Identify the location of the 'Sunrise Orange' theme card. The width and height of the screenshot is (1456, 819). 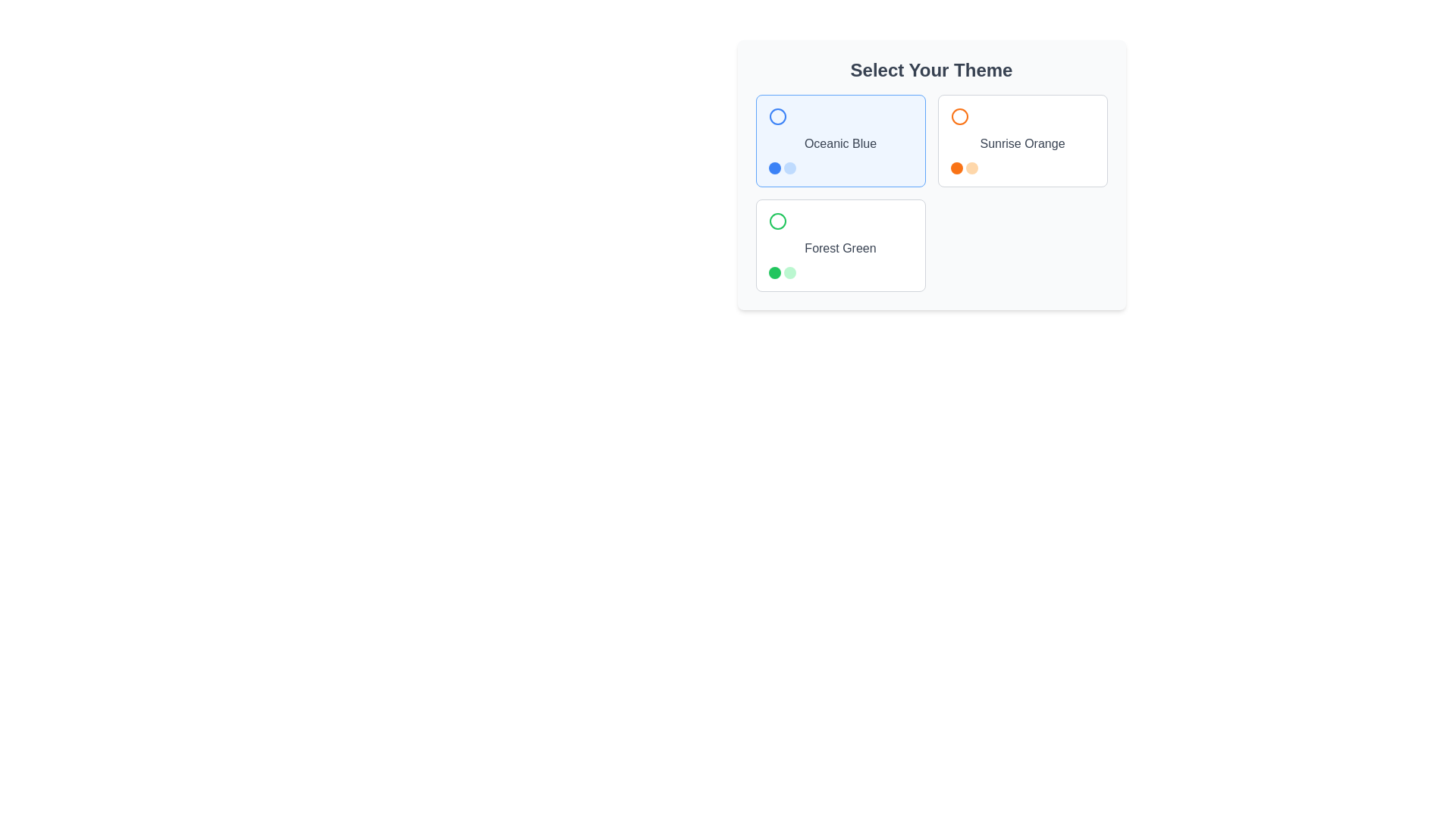
(1022, 140).